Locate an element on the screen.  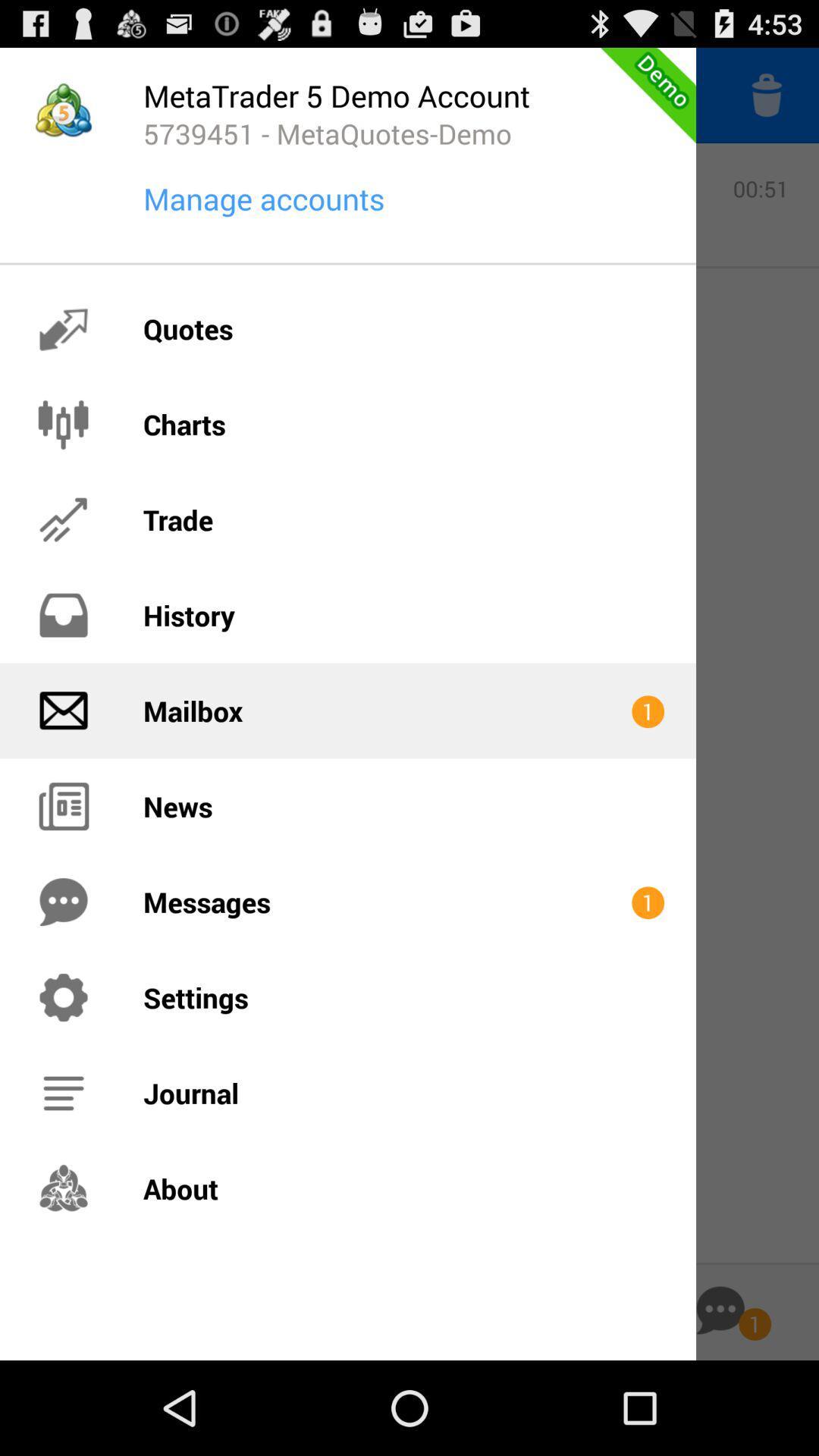
the chat icon is located at coordinates (720, 1401).